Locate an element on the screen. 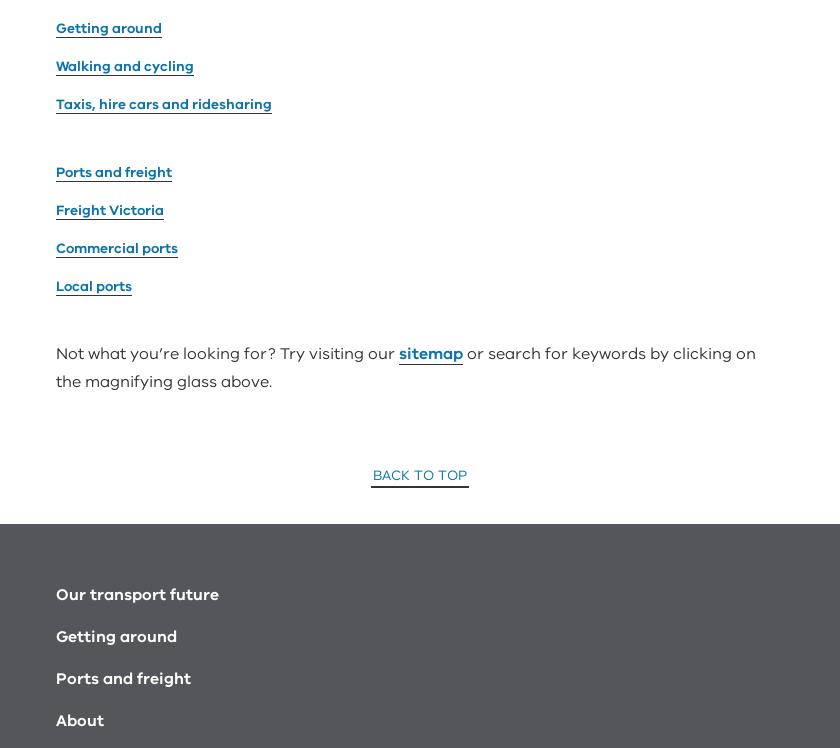  'Our transport future' is located at coordinates (56, 365).